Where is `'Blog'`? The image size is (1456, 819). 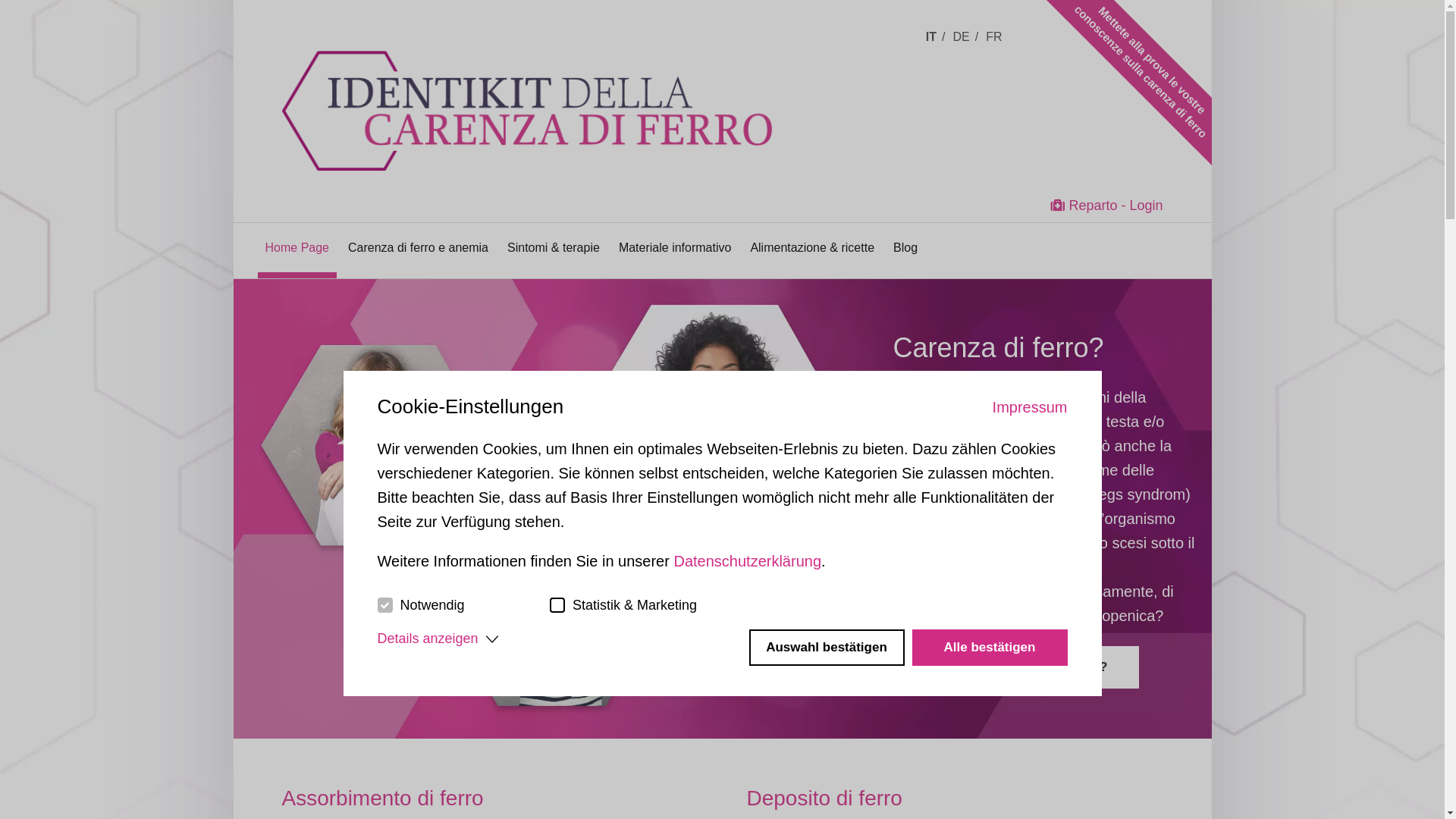
'Blog' is located at coordinates (893, 246).